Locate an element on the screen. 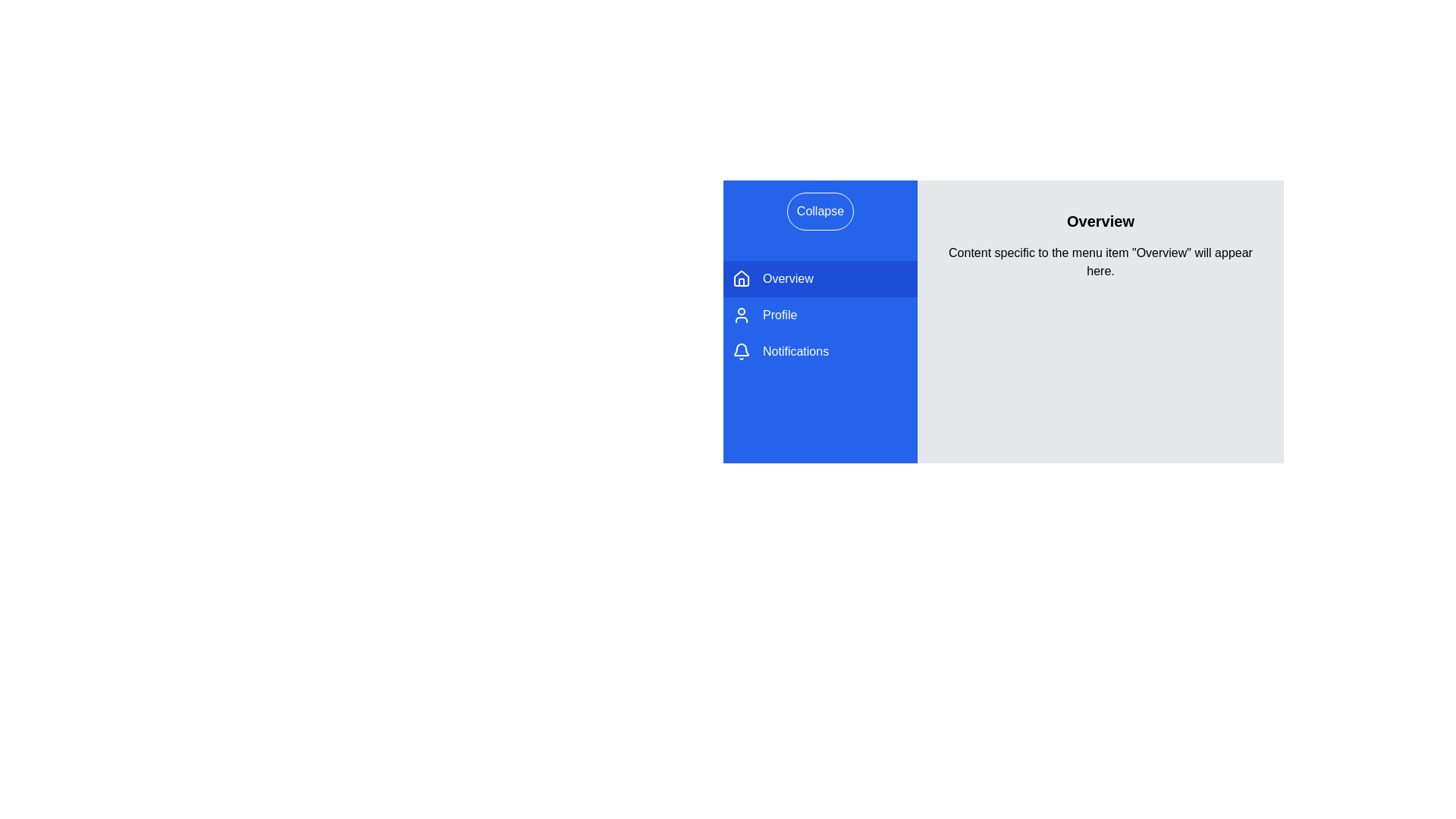  the SVG icon depicting a user silhouette located within the 'Profile' menu item, which is the second item in the vertical list of navigation elements on the left sidebar is located at coordinates (742, 315).